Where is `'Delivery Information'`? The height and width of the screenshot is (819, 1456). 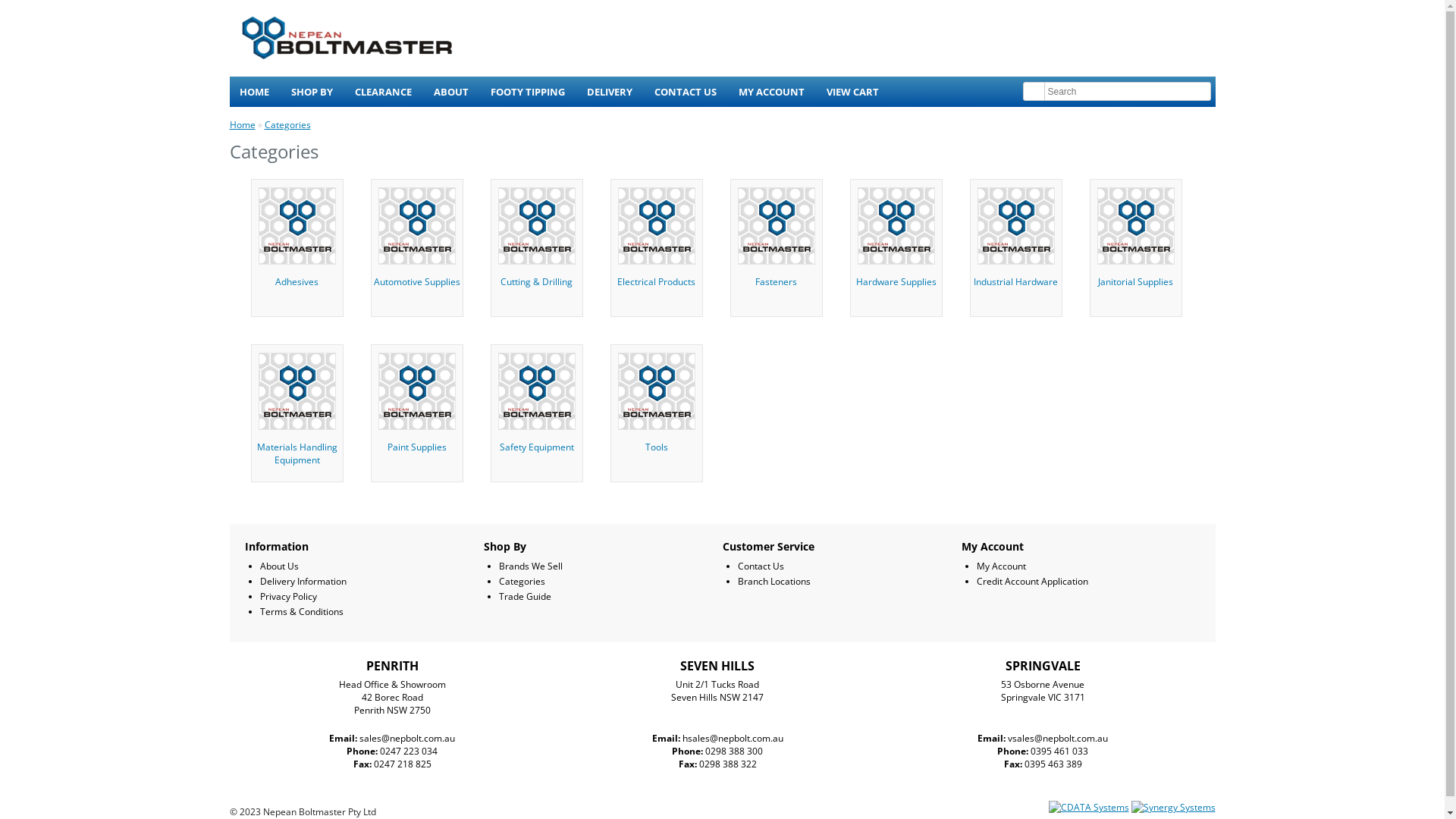 'Delivery Information' is located at coordinates (302, 580).